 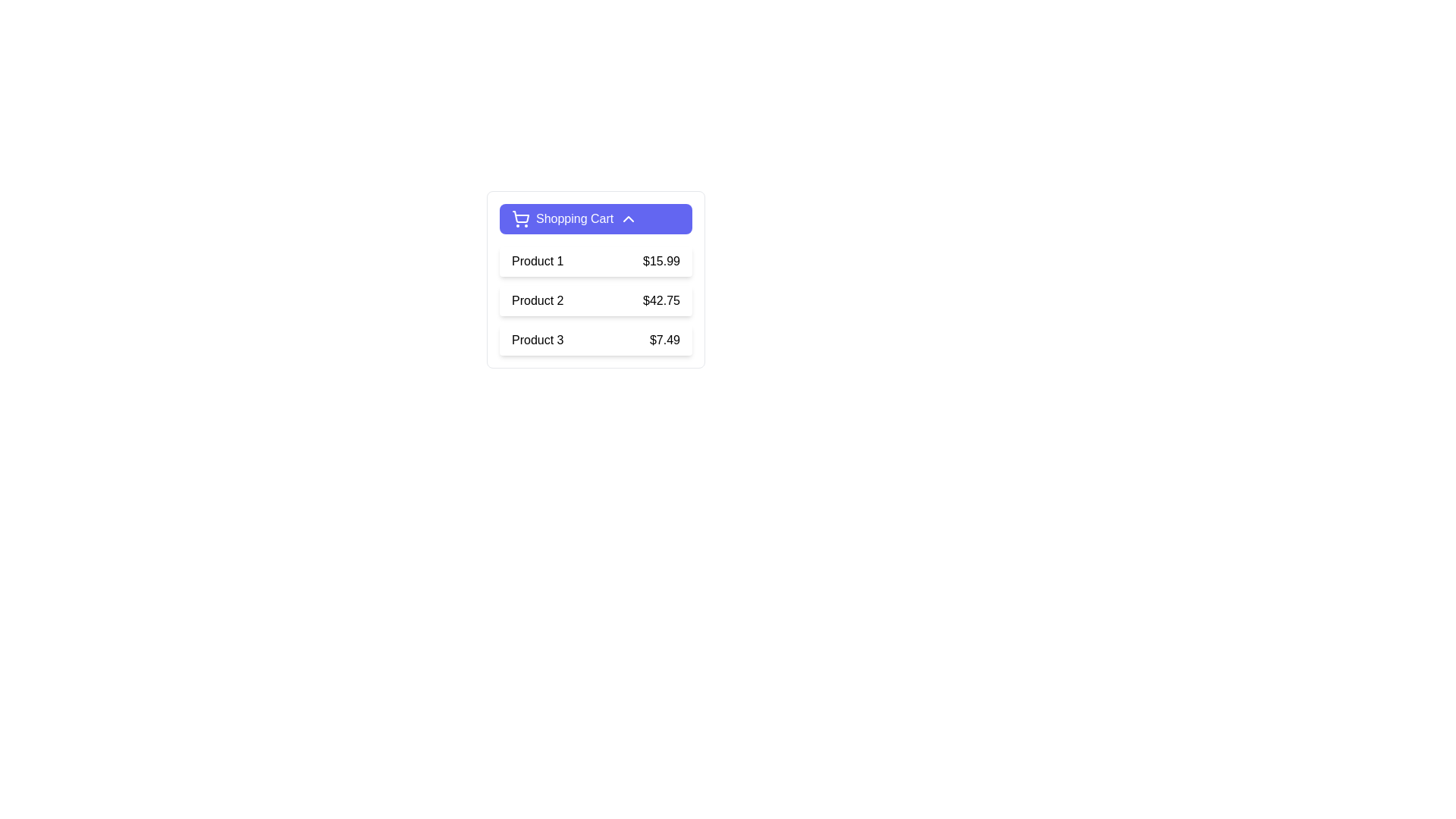 What do you see at coordinates (595, 301) in the screenshot?
I see `to select the product card displaying 'Product 2' with price '$42.75' in the Shopping Cart list` at bounding box center [595, 301].